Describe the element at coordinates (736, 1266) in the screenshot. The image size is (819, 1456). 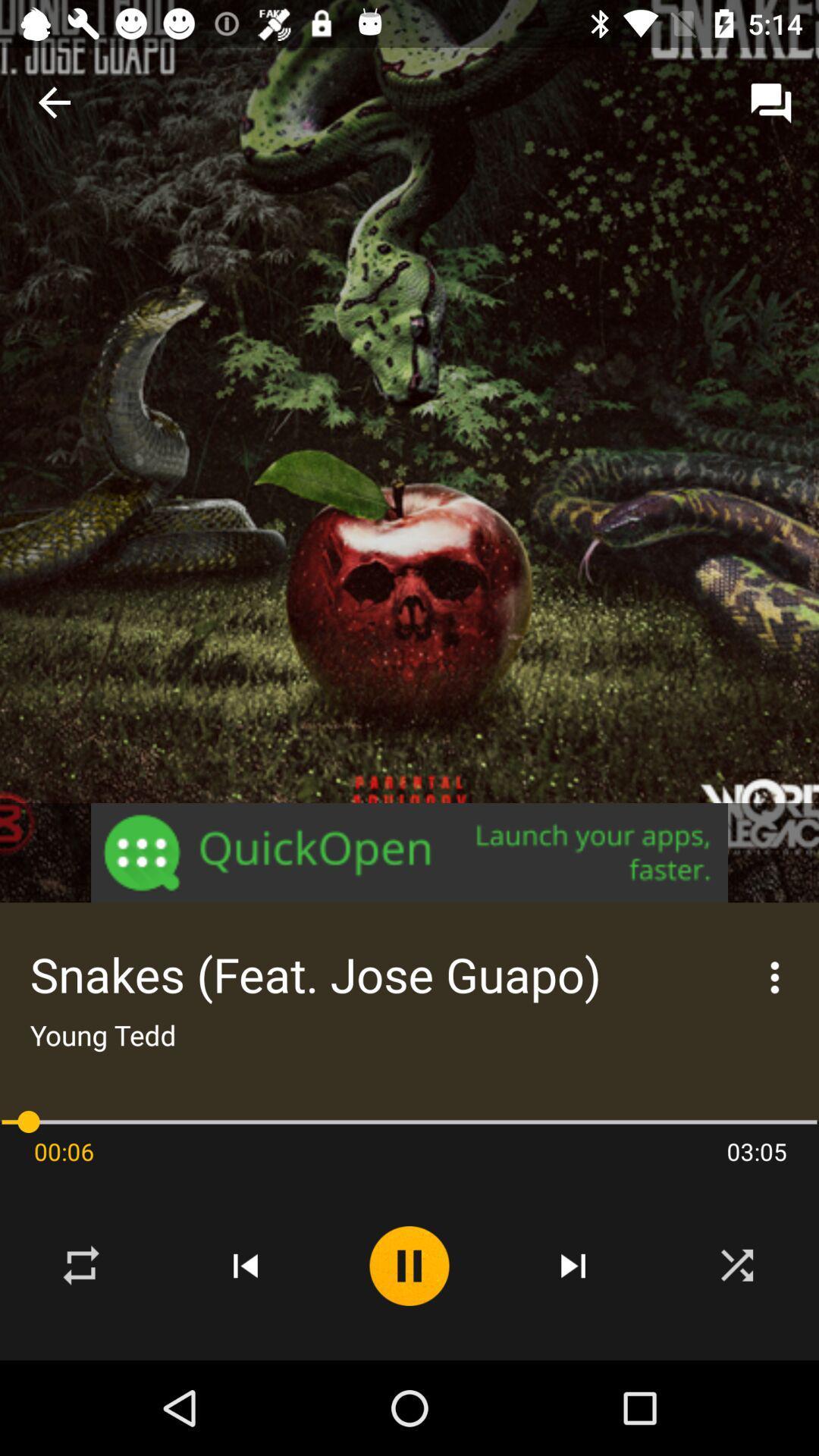
I see `the close icon` at that location.